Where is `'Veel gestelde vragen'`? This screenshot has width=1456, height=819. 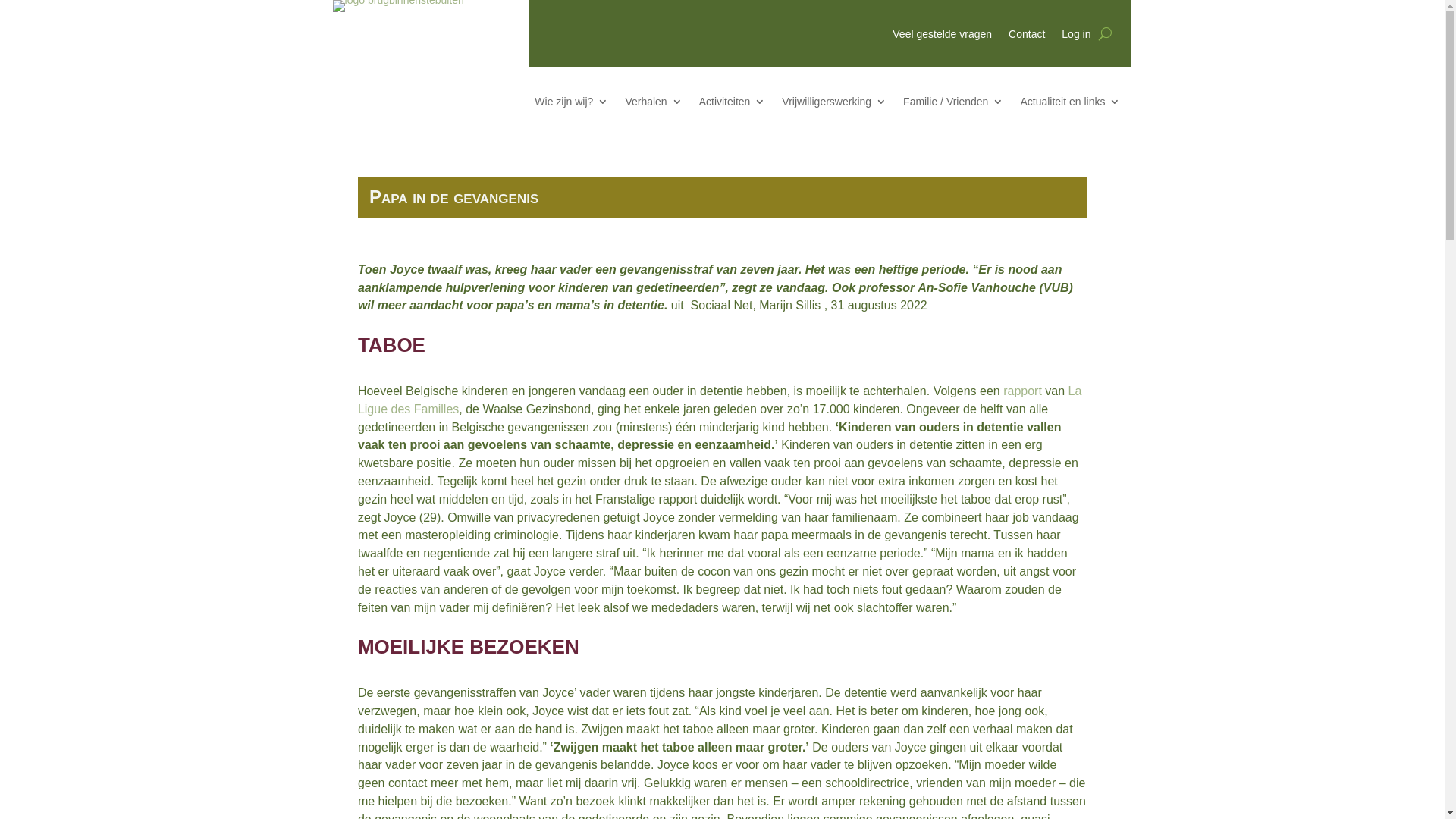 'Veel gestelde vragen' is located at coordinates (941, 36).